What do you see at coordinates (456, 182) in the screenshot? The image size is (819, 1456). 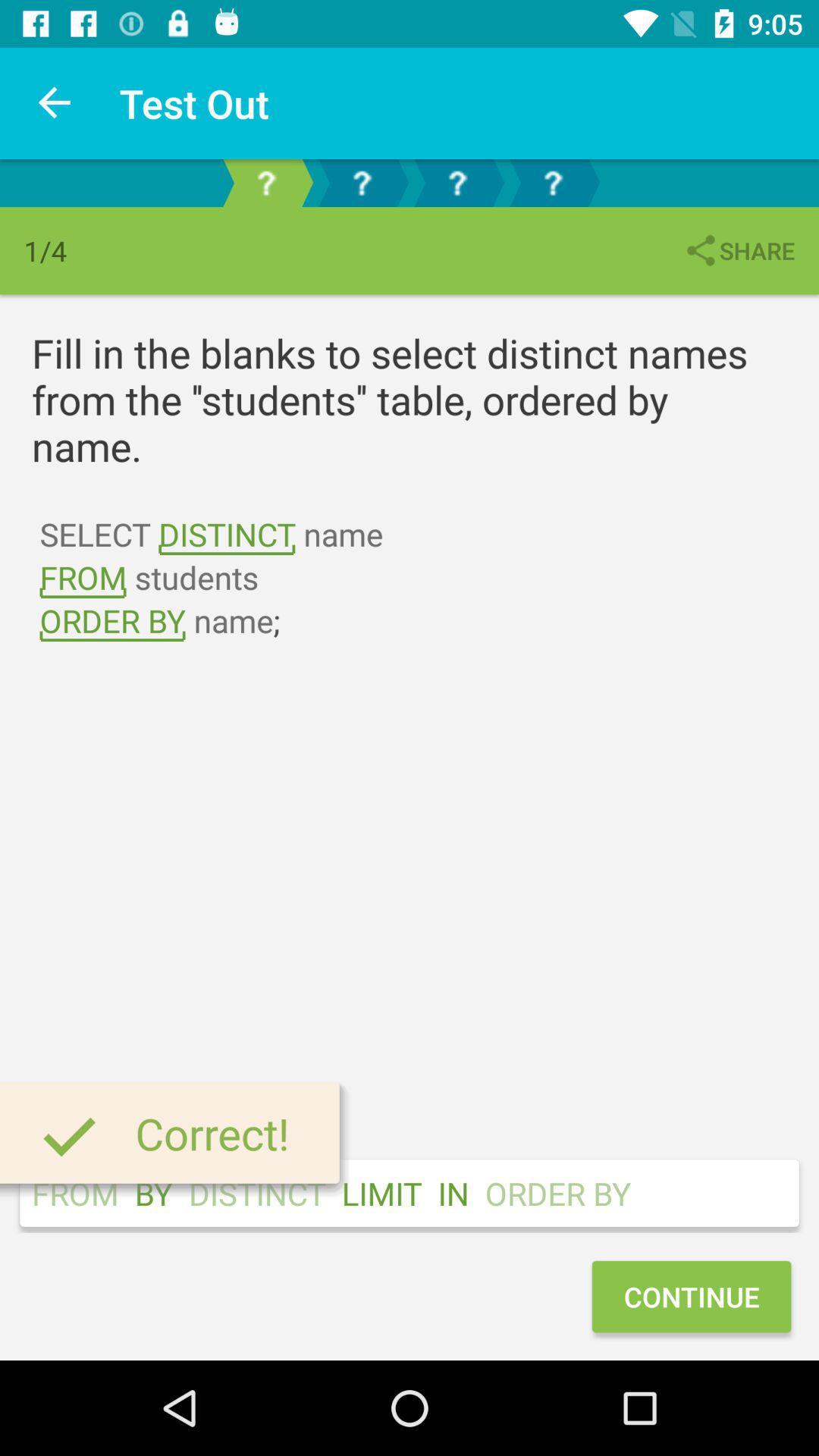 I see `page 3` at bounding box center [456, 182].